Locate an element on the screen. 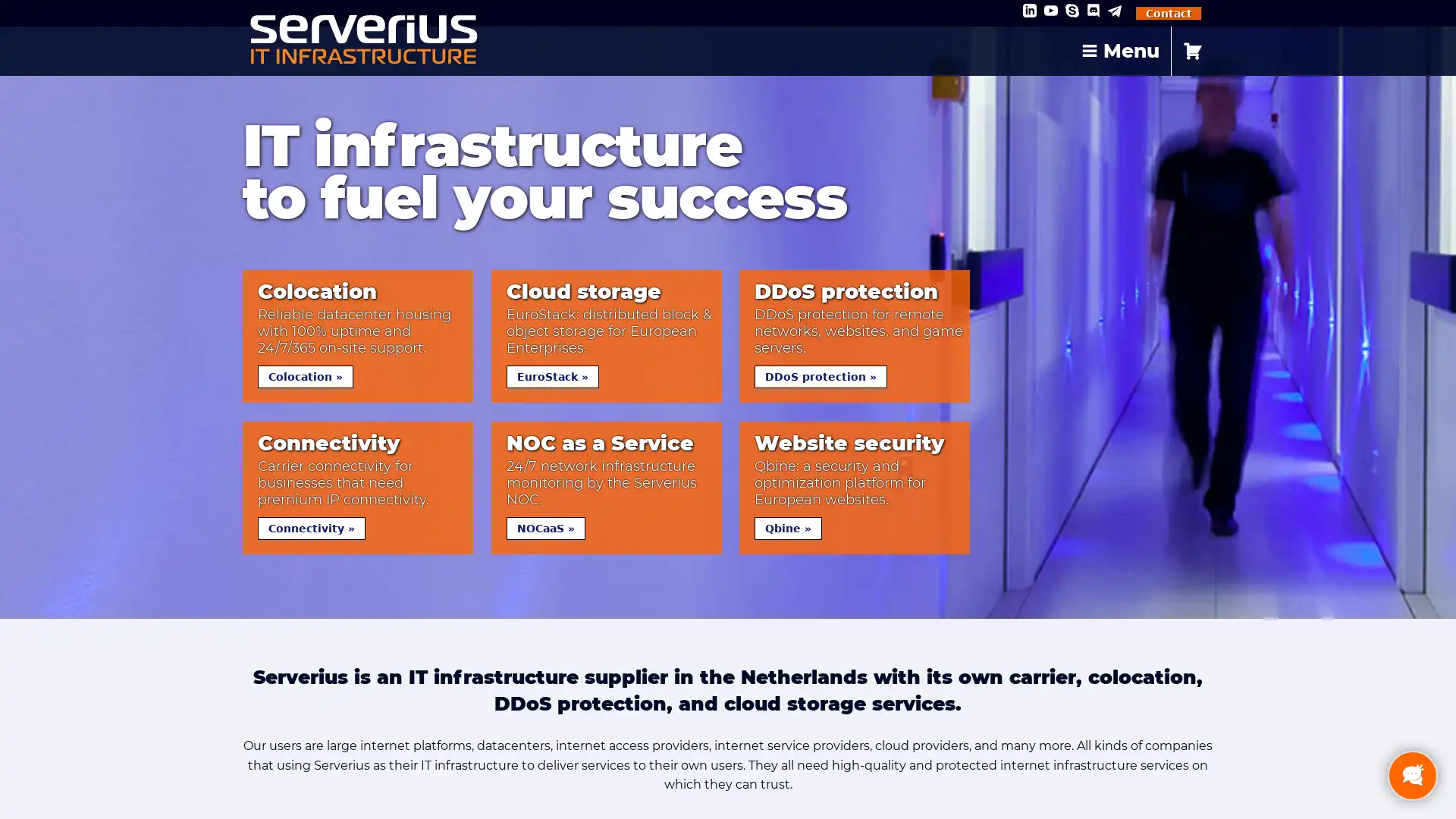 This screenshot has height=819, width=1456. Colocation is located at coordinates (305, 375).